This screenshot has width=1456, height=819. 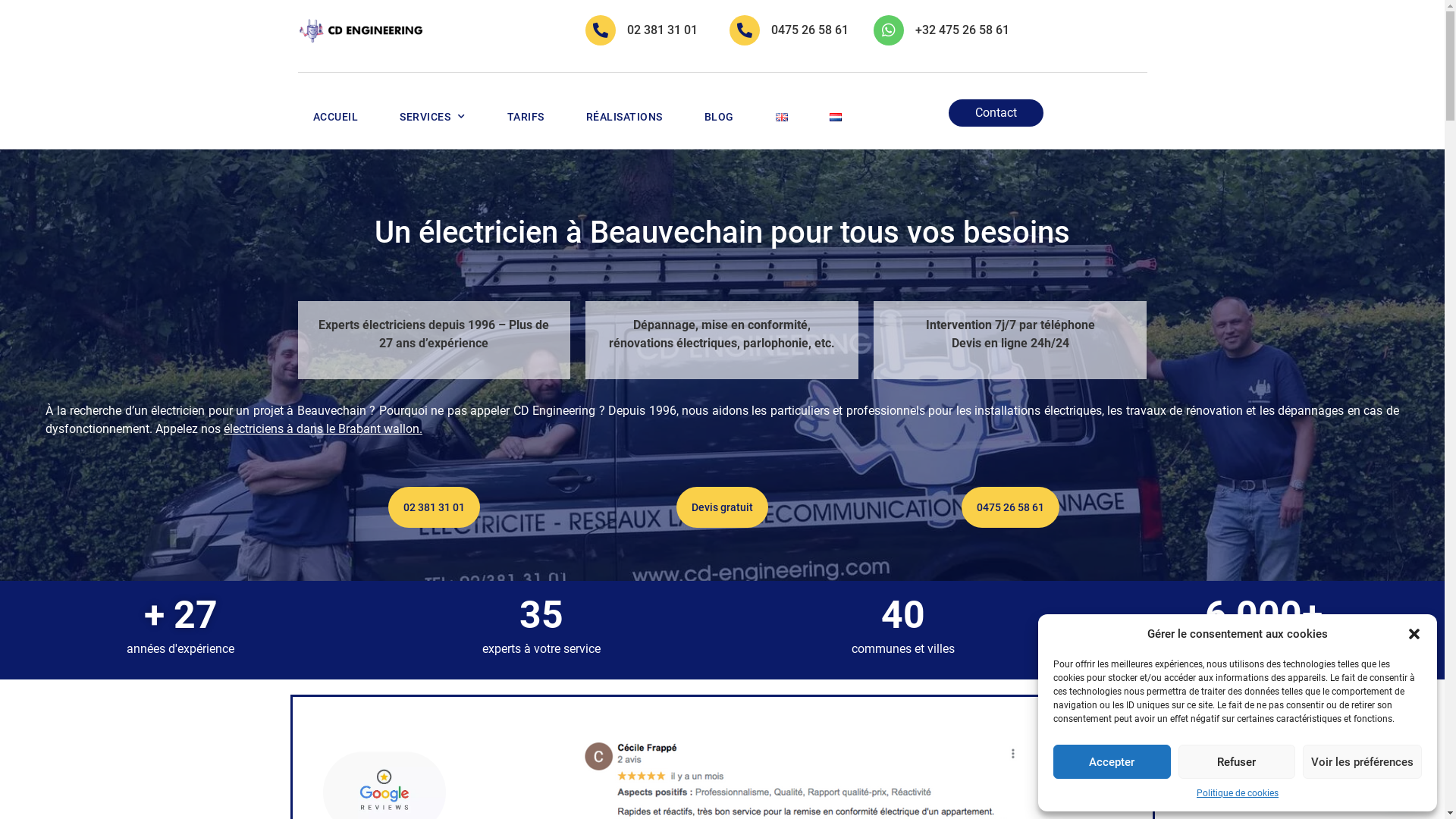 I want to click on 'Devis gratuit', so click(x=721, y=507).